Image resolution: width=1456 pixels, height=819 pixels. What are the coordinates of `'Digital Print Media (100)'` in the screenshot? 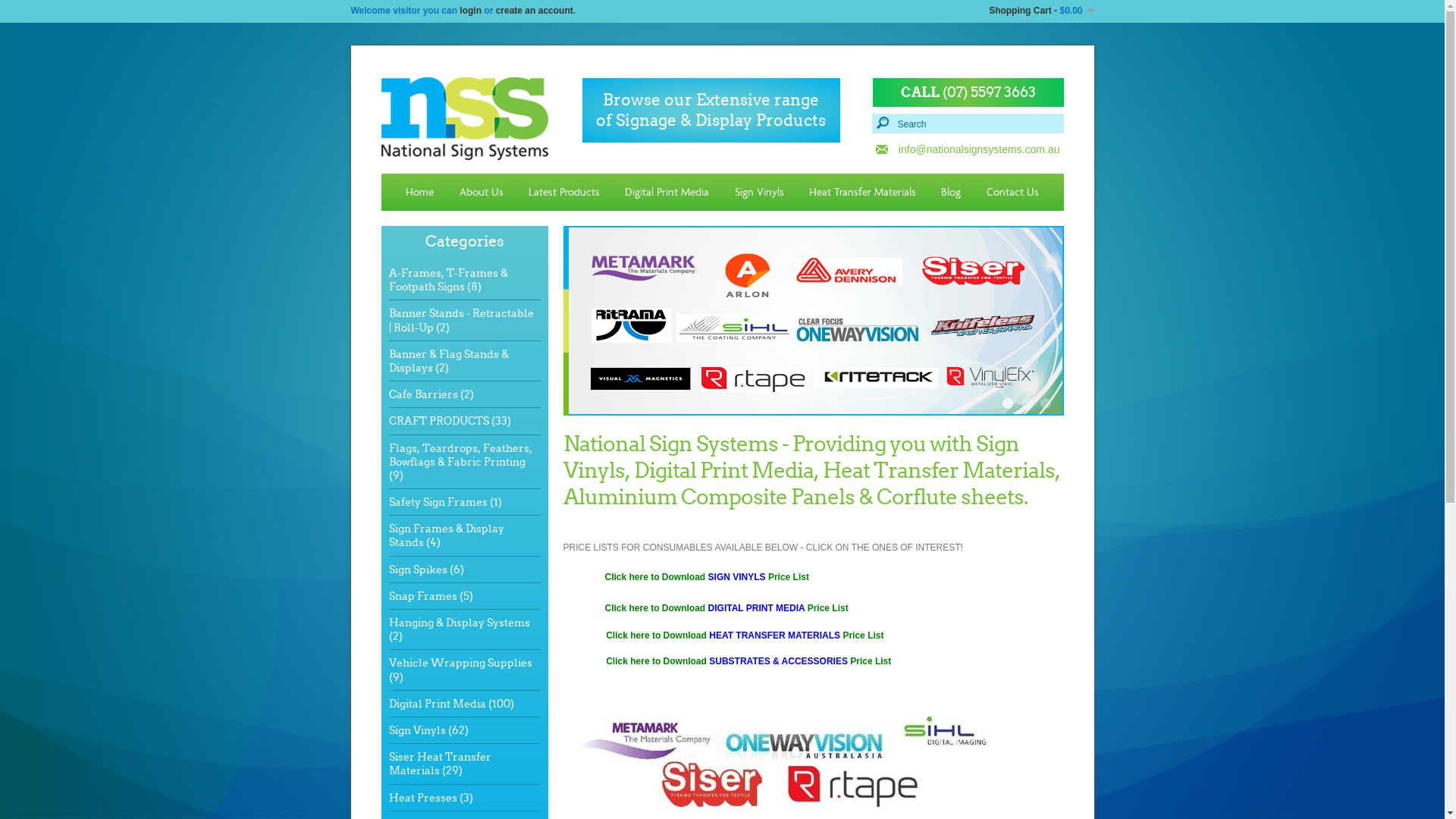 It's located at (388, 704).